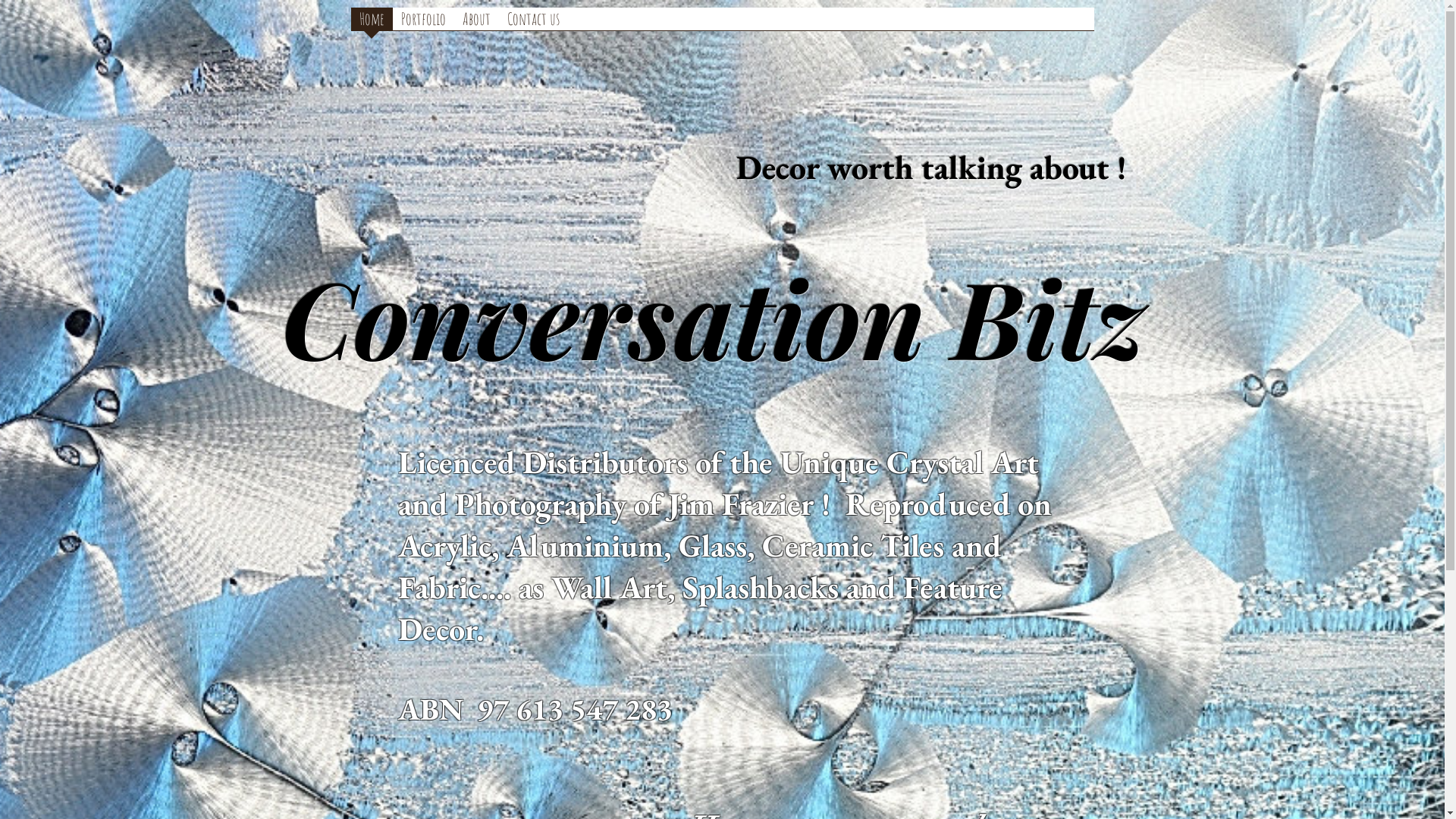  What do you see at coordinates (371, 20) in the screenshot?
I see `'Home'` at bounding box center [371, 20].